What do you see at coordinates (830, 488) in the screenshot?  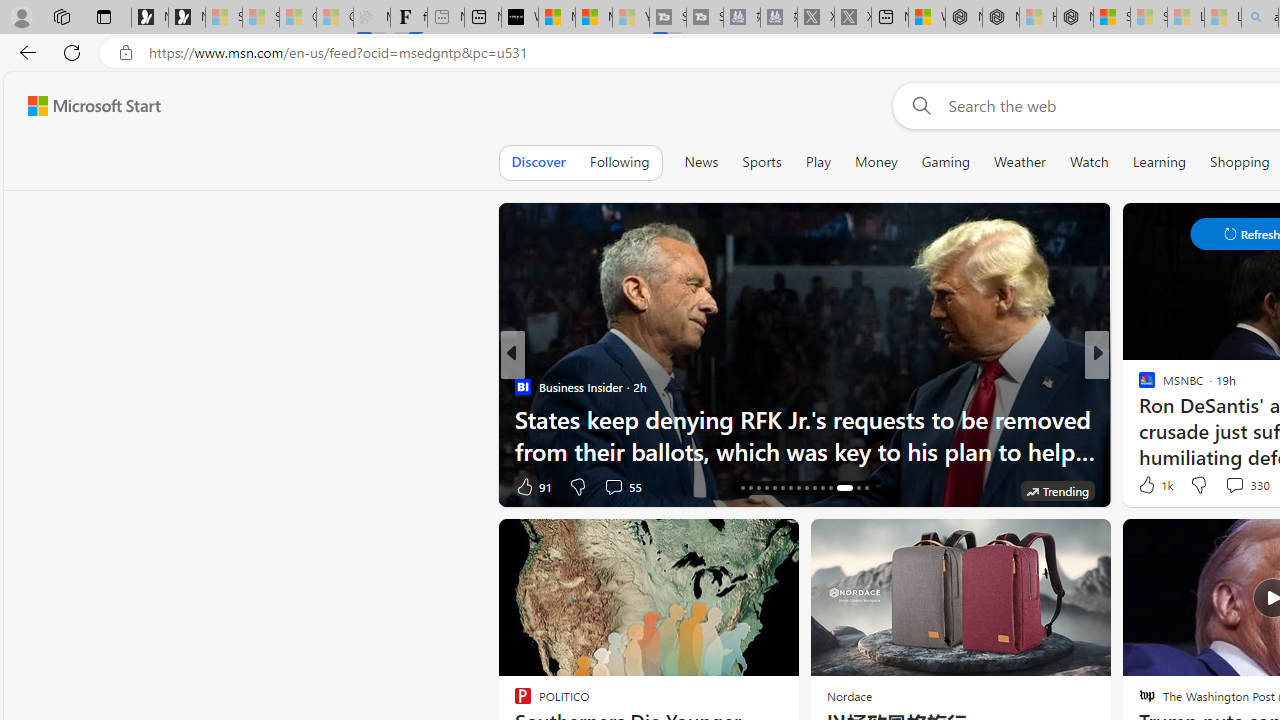 I see `'AutomationID: tab-27'` at bounding box center [830, 488].